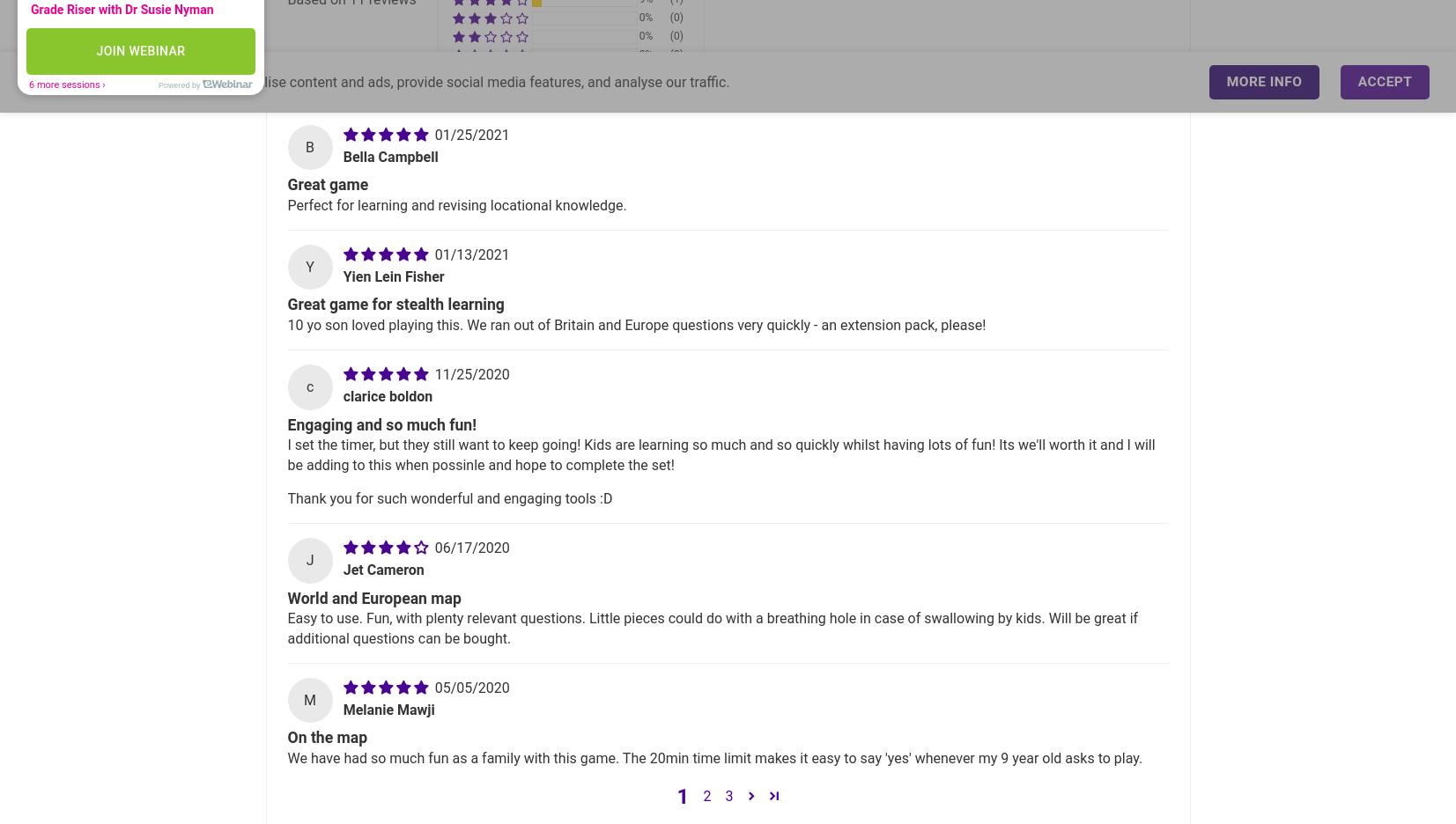 Image resolution: width=1456 pixels, height=824 pixels. I want to click on 'Y', so click(308, 267).